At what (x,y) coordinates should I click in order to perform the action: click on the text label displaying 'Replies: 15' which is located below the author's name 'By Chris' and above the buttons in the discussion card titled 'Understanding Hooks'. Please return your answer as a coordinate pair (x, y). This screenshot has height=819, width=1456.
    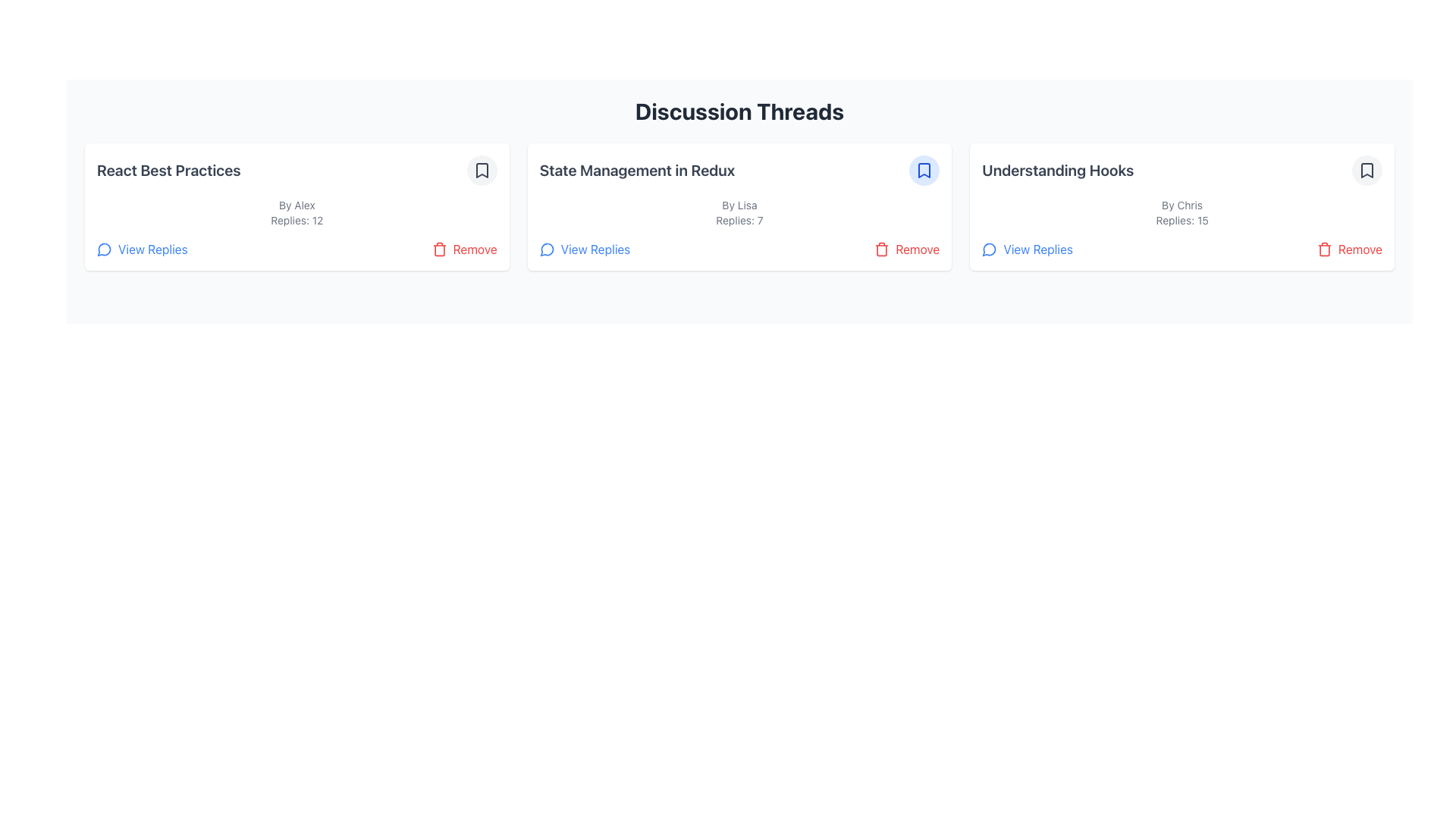
    Looking at the image, I should click on (1181, 220).